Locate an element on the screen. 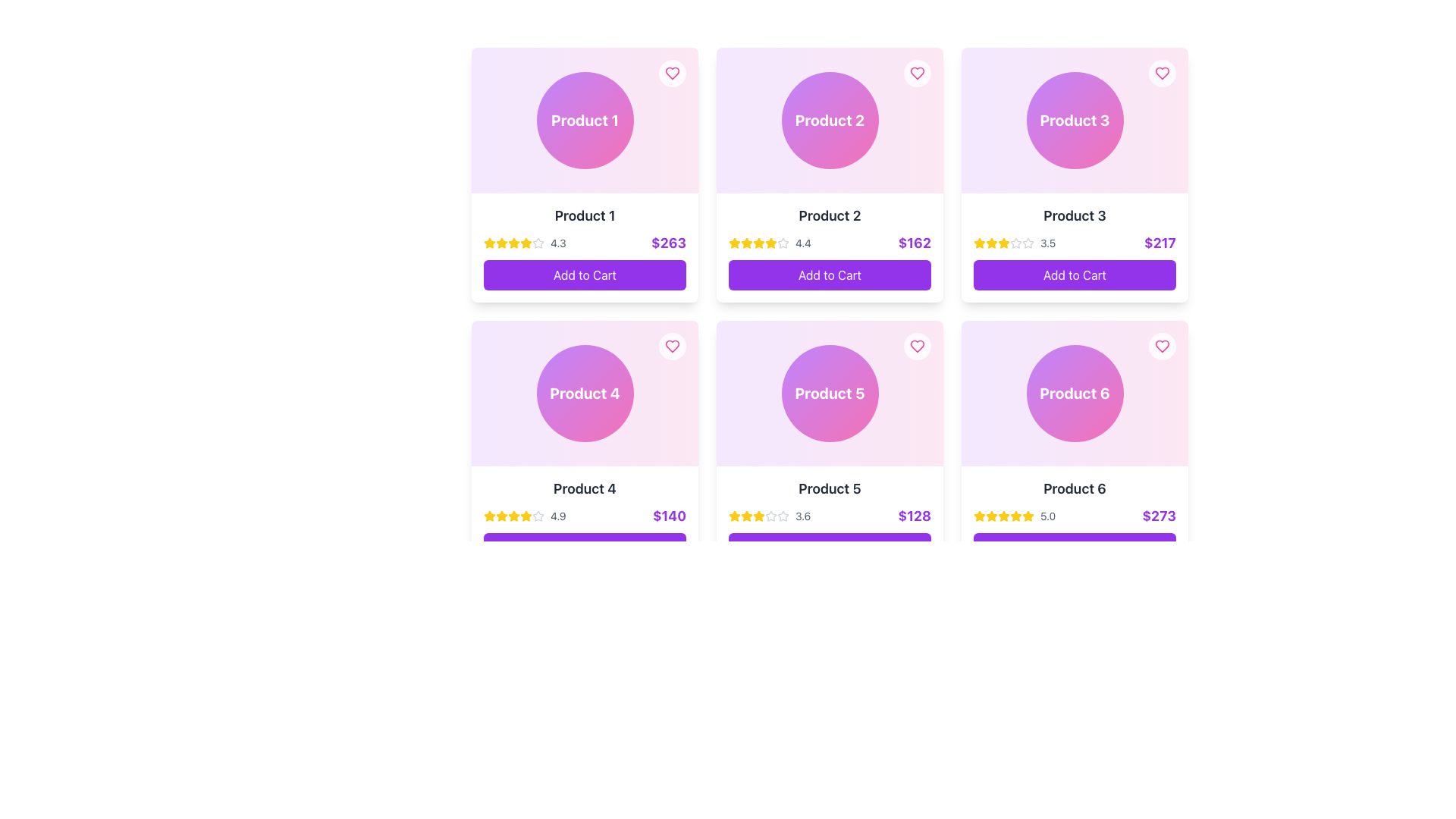  the circular gradient-filled icon with white text reading 'Product 6' located in the bottom-right corner of the product card layout is located at coordinates (1074, 393).